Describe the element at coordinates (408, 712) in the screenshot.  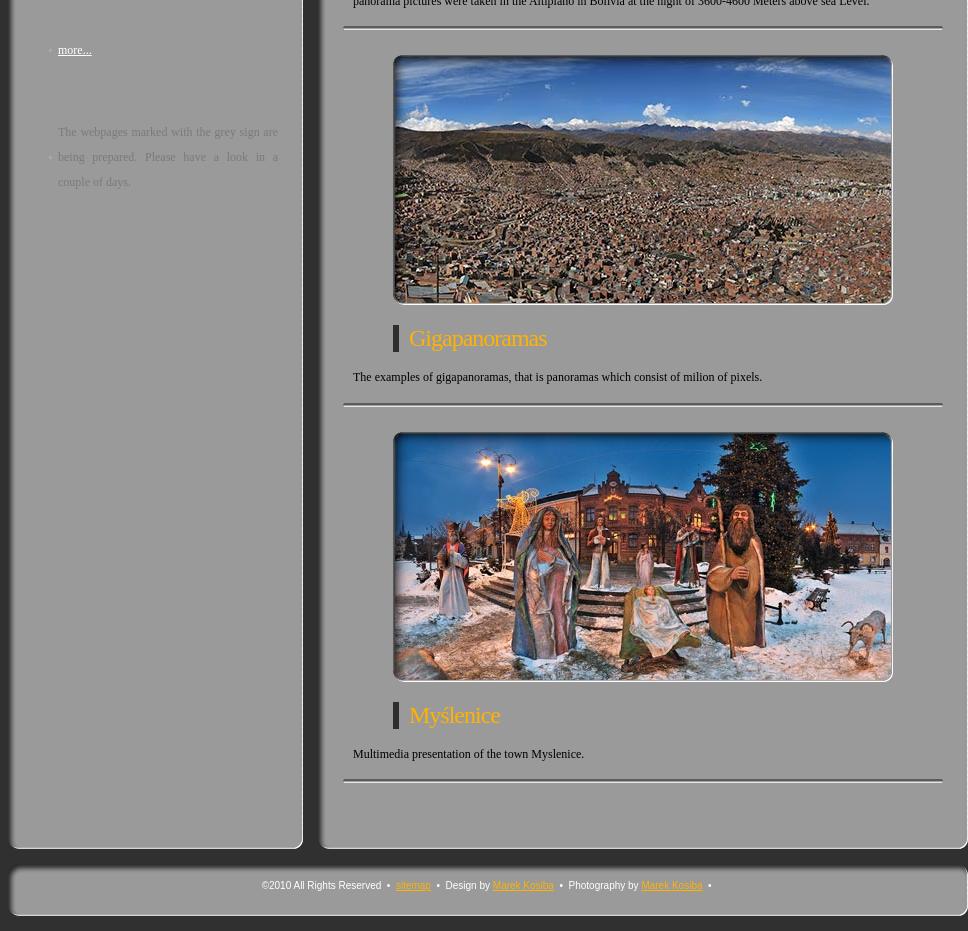
I see `'Myślenice'` at that location.